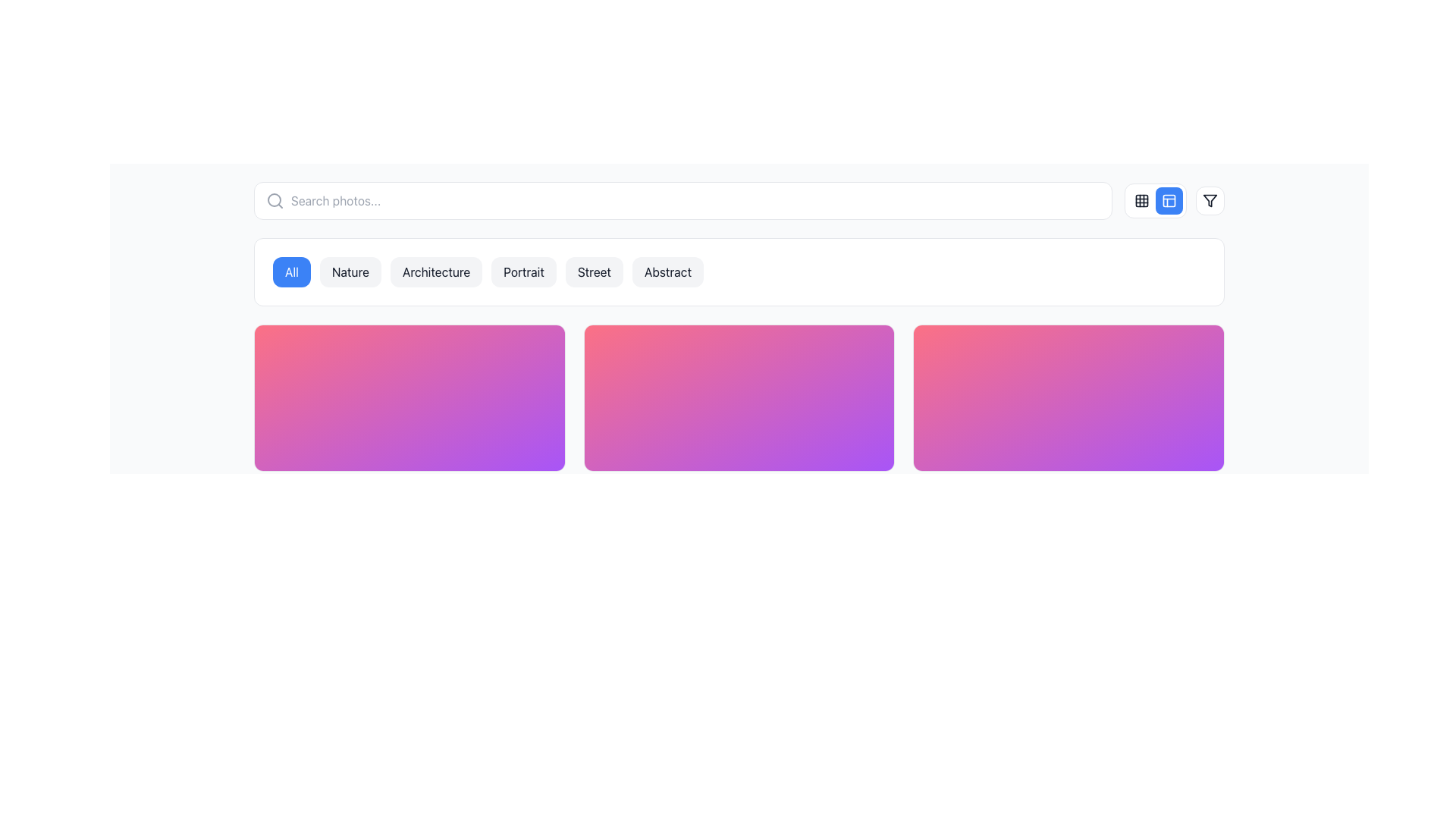 This screenshot has width=1456, height=819. I want to click on the 'Portrait' filter button, which is the fourth button from the left in a row of six buttons, located centrally beneath a search bar and above three image placeholders, to trigger a visual change, so click(524, 271).